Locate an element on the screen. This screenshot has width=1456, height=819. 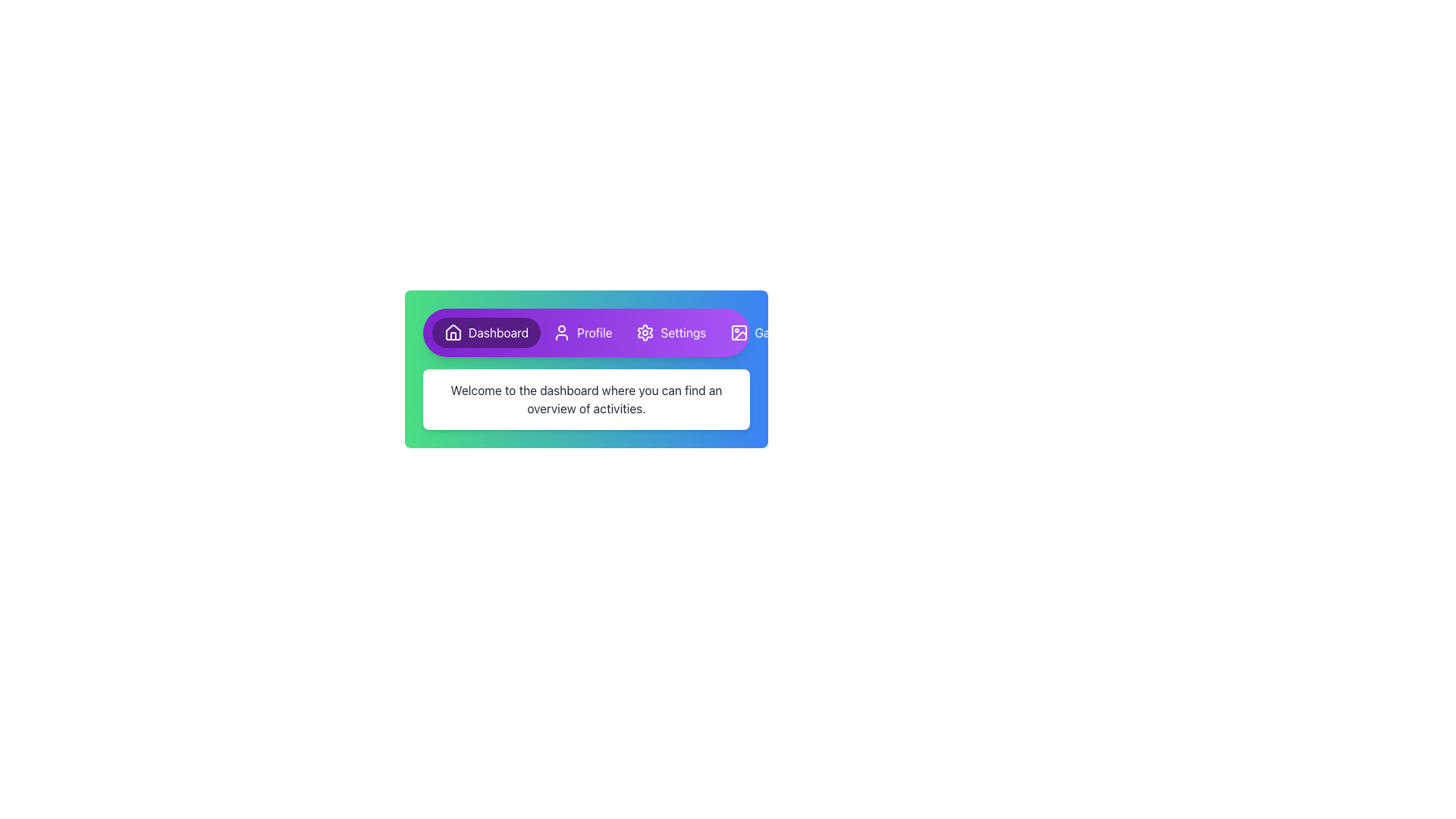
text from the centered text label that contains the phrase 'Welcome to the dashboard where you can find an overview of activities.' is located at coordinates (585, 399).